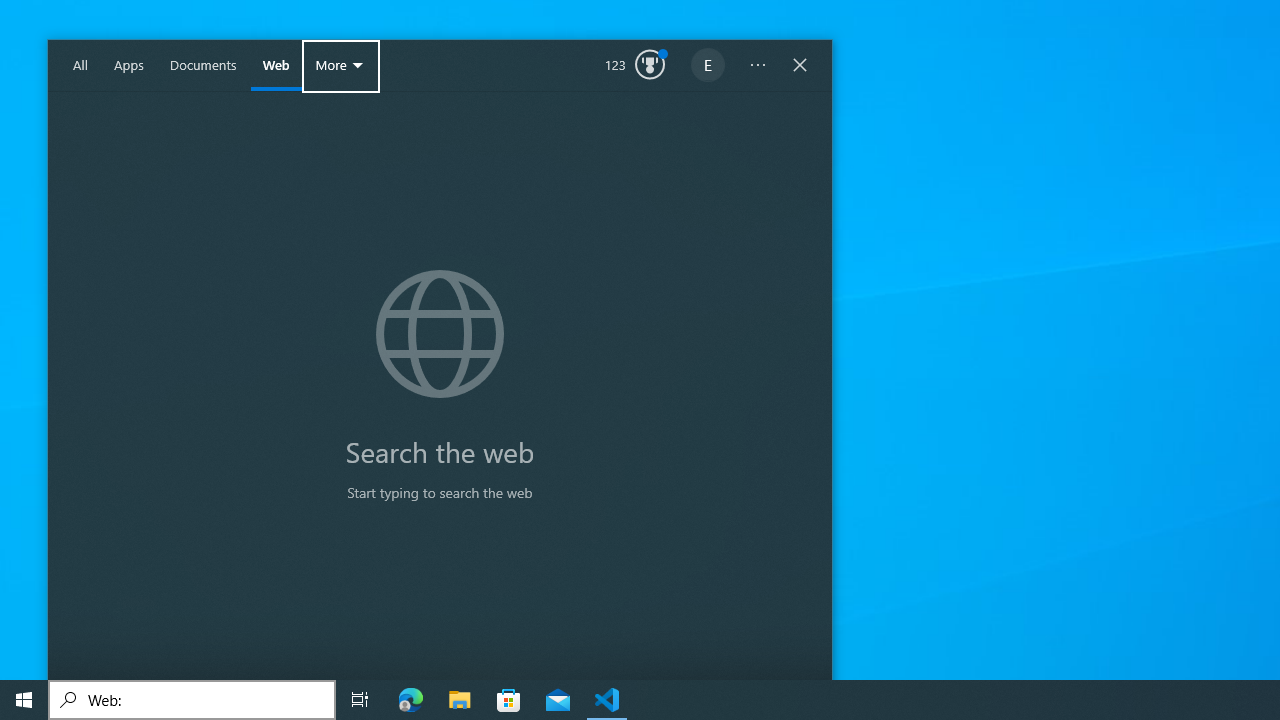 The image size is (1280, 720). I want to click on 'Options', so click(757, 65).